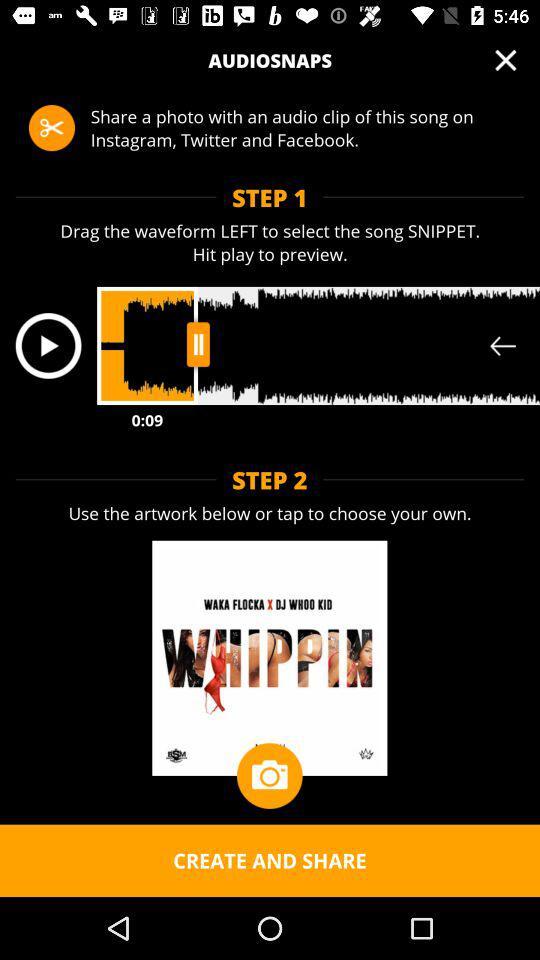  Describe the element at coordinates (269, 775) in the screenshot. I see `item above create and share` at that location.